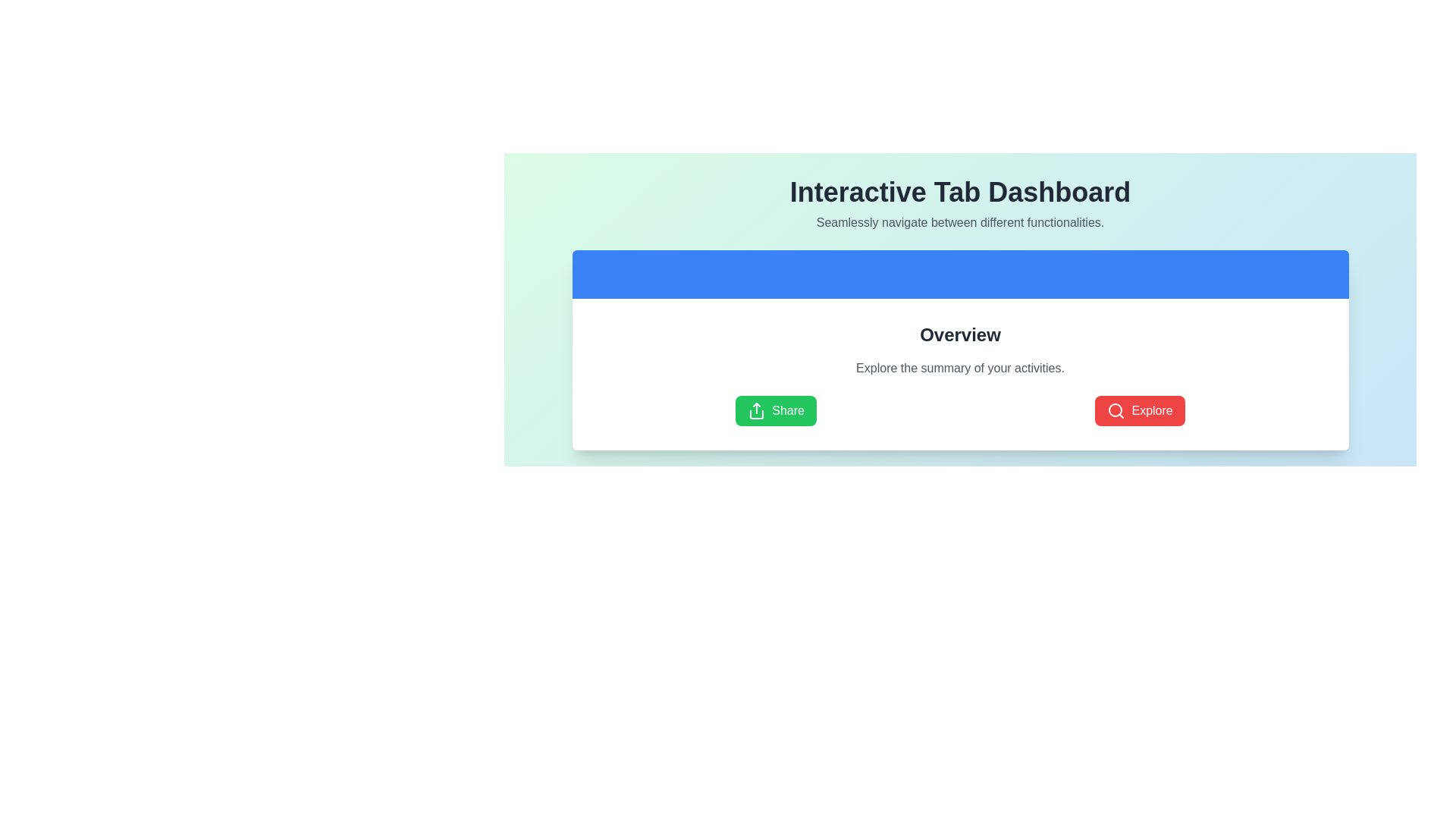  What do you see at coordinates (776, 411) in the screenshot?
I see `the share button located to the left of the red 'Explore' button, which is part of a group of buttons below the 'Overview' section` at bounding box center [776, 411].